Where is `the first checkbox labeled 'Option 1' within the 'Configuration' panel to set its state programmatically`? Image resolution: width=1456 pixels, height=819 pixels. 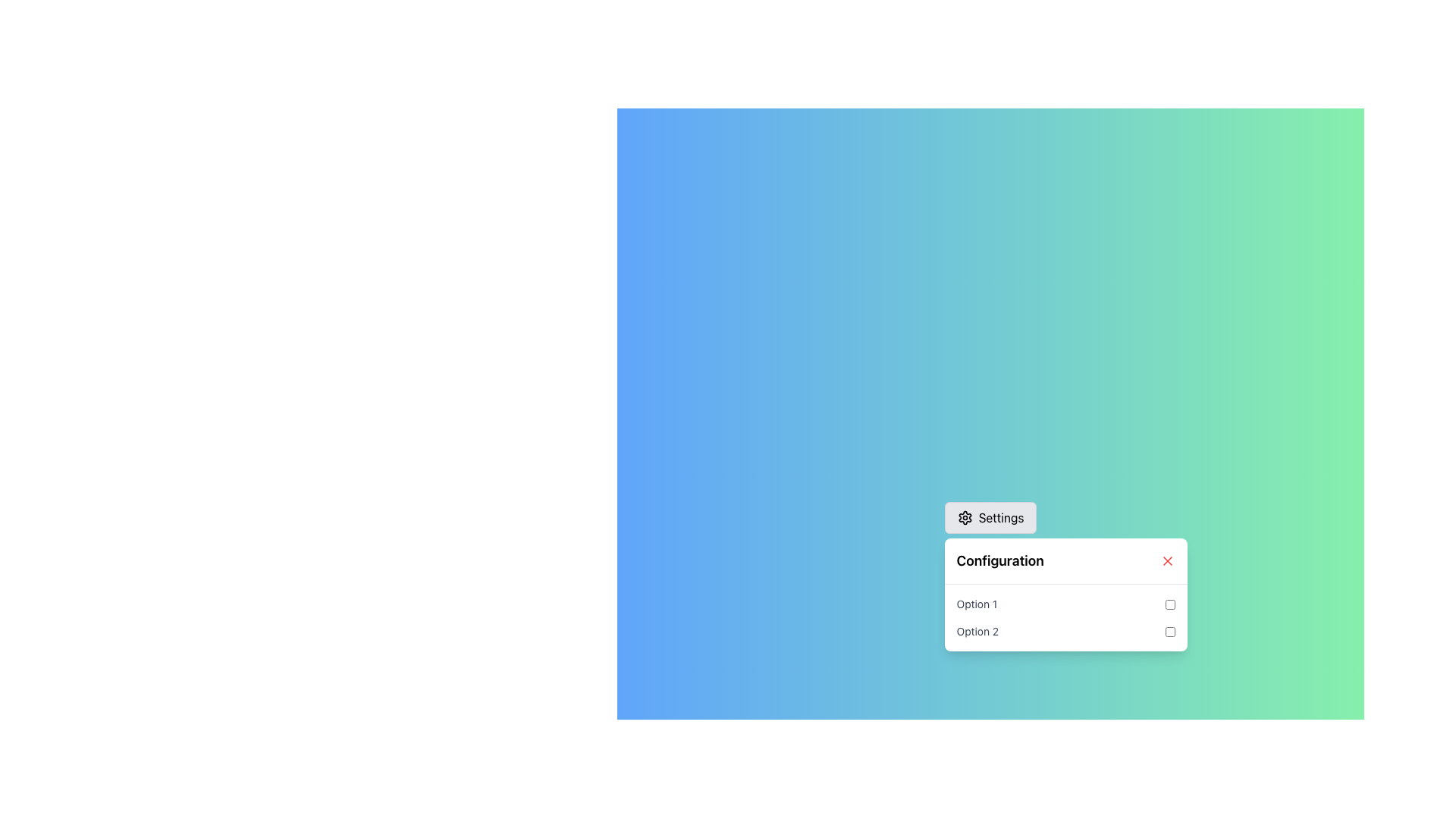 the first checkbox labeled 'Option 1' within the 'Configuration' panel to set its state programmatically is located at coordinates (1065, 604).